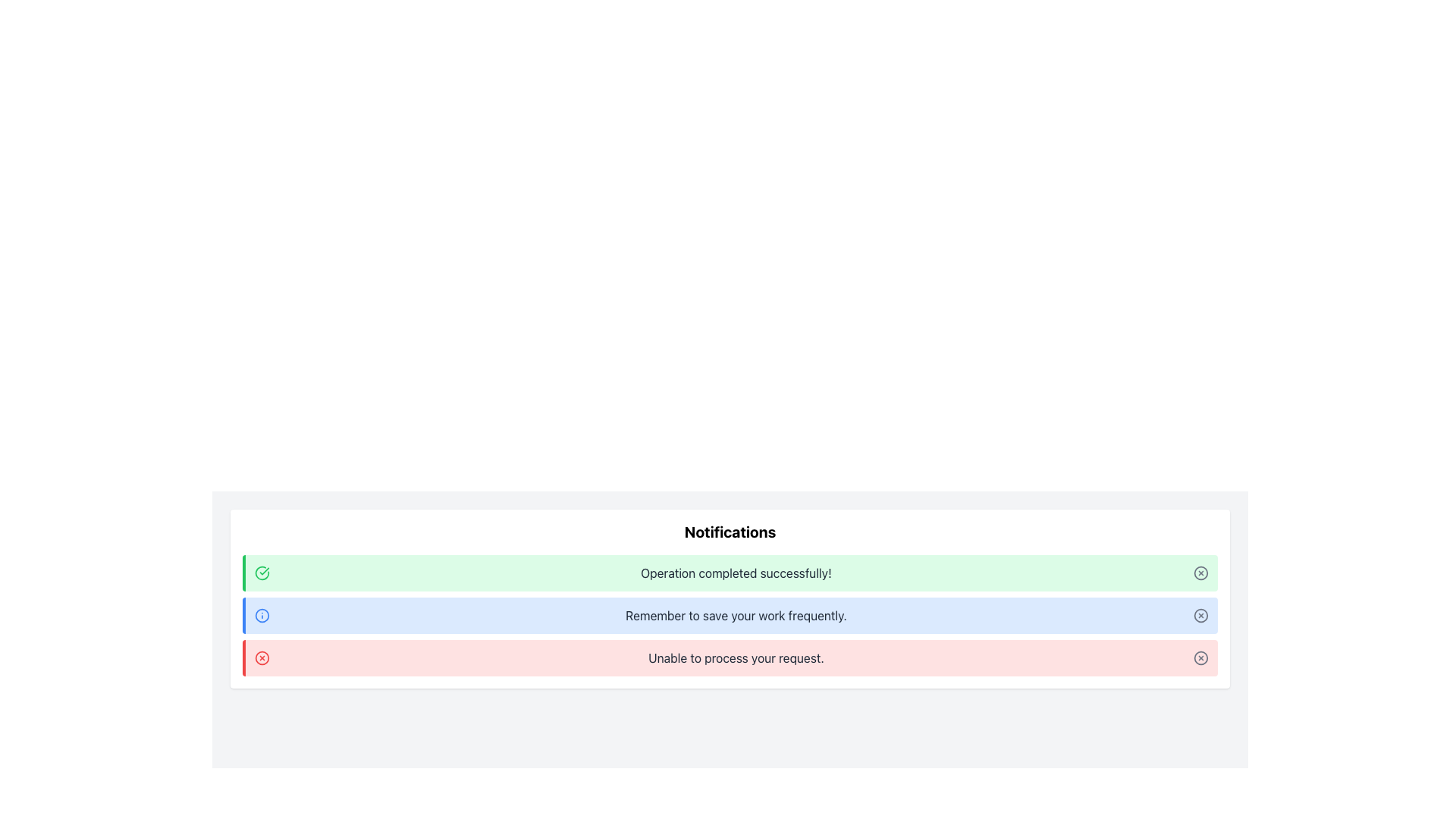 Image resolution: width=1456 pixels, height=819 pixels. I want to click on the informational icon located near the left edge of the blue notification bar, which aligns horizontally with the text 'Remember to save your work frequently.', so click(262, 616).